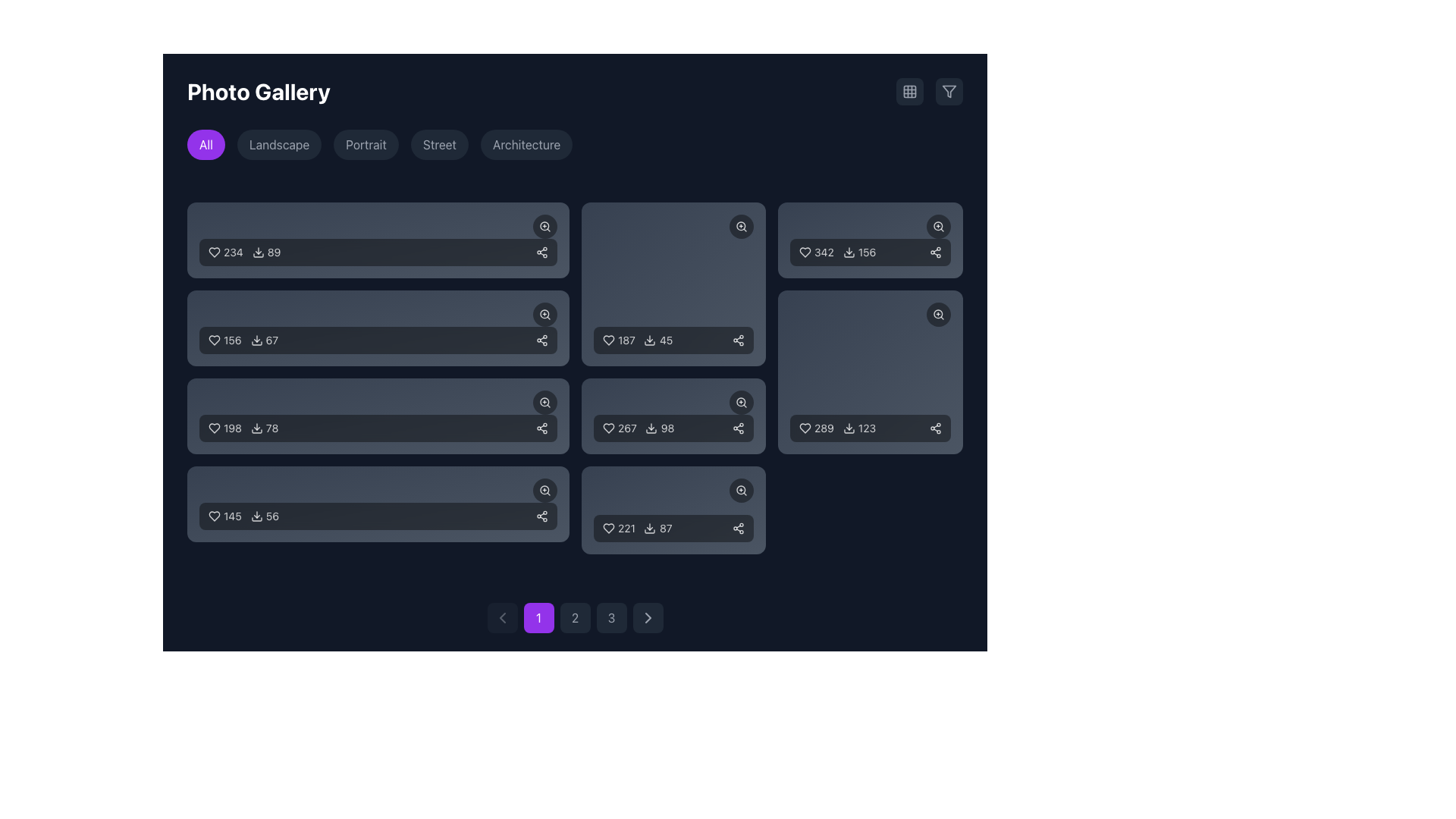  What do you see at coordinates (232, 428) in the screenshot?
I see `the text element displaying the number '198', which is styled in white text with slight transparency and is part of a visual group adjacent to a heart icon` at bounding box center [232, 428].